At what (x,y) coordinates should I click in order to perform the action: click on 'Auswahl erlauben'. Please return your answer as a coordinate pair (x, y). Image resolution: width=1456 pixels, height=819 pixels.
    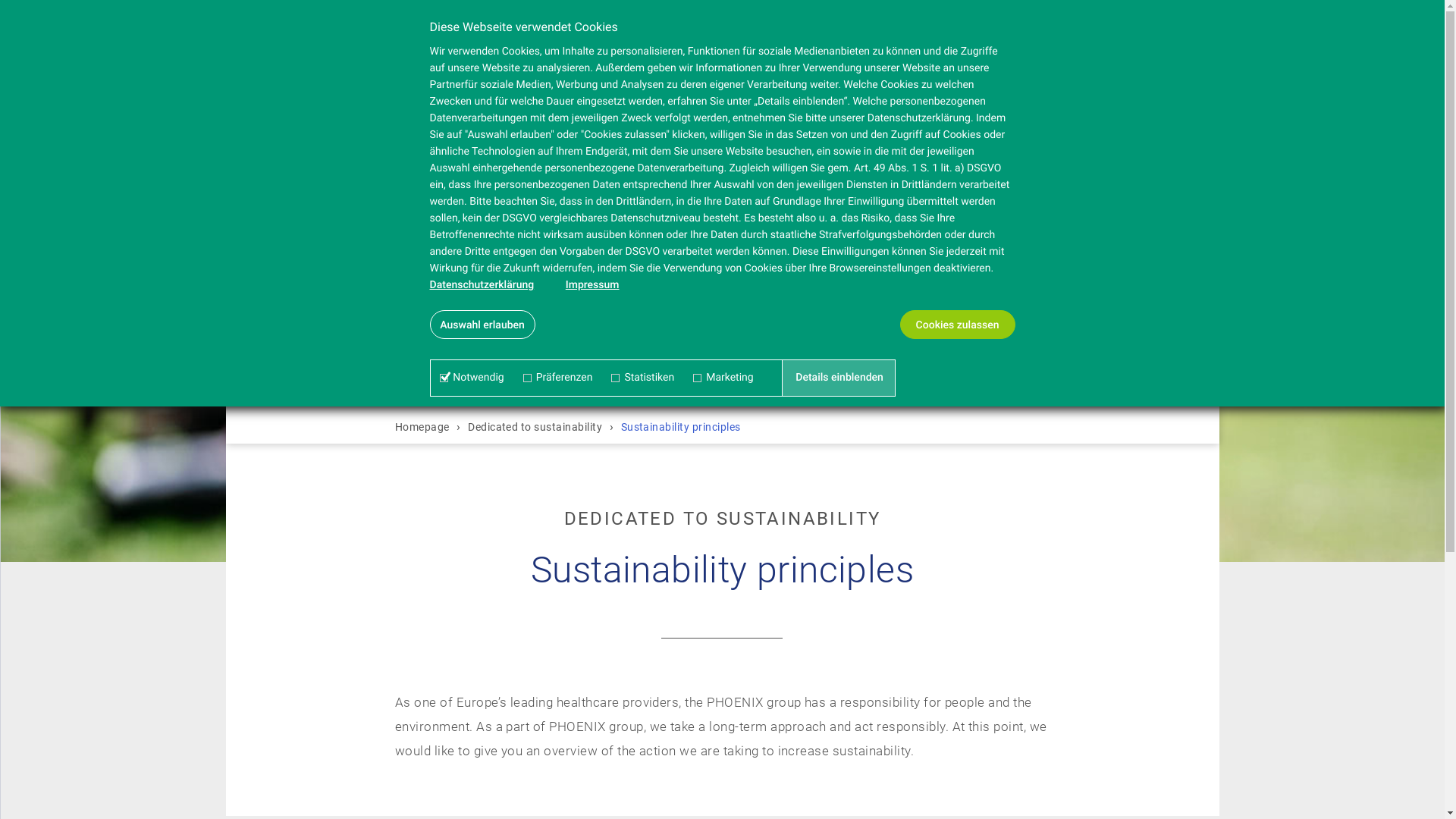
    Looking at the image, I should click on (481, 324).